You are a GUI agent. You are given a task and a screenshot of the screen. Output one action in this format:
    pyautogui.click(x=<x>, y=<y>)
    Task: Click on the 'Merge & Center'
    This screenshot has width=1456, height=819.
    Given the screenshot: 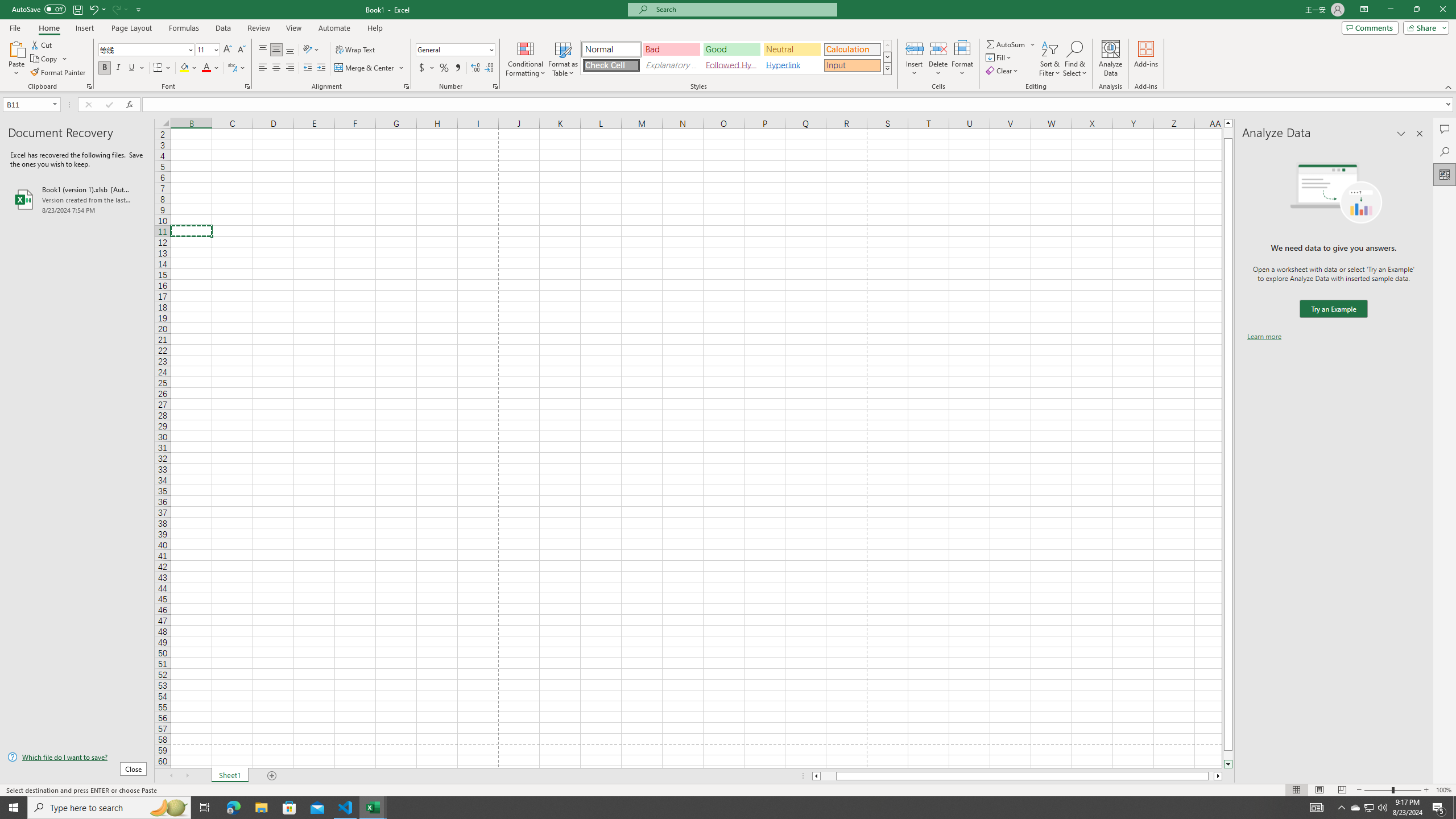 What is the action you would take?
    pyautogui.click(x=365, y=67)
    